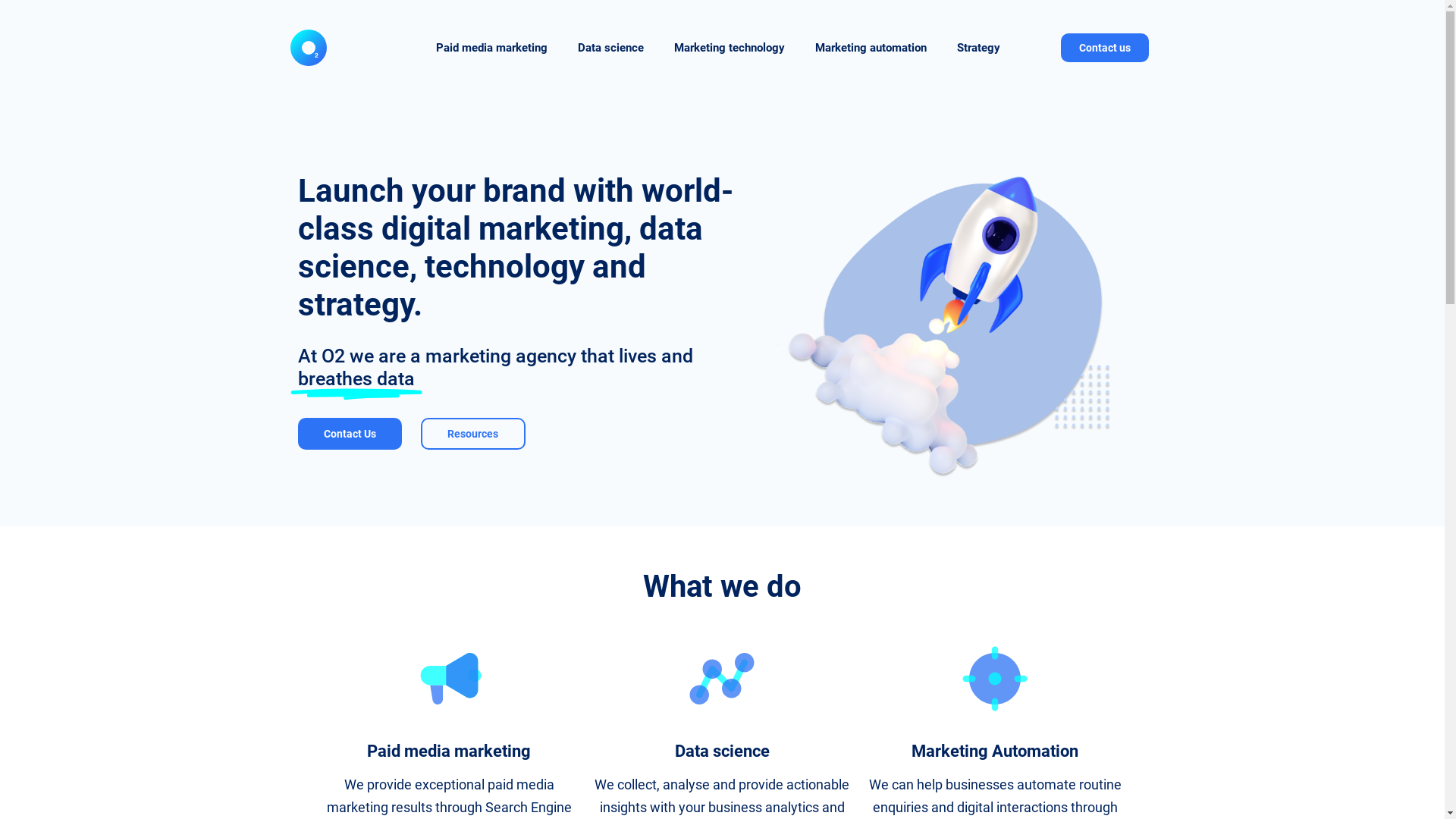  What do you see at coordinates (658, 46) in the screenshot?
I see `'Marketing technology'` at bounding box center [658, 46].